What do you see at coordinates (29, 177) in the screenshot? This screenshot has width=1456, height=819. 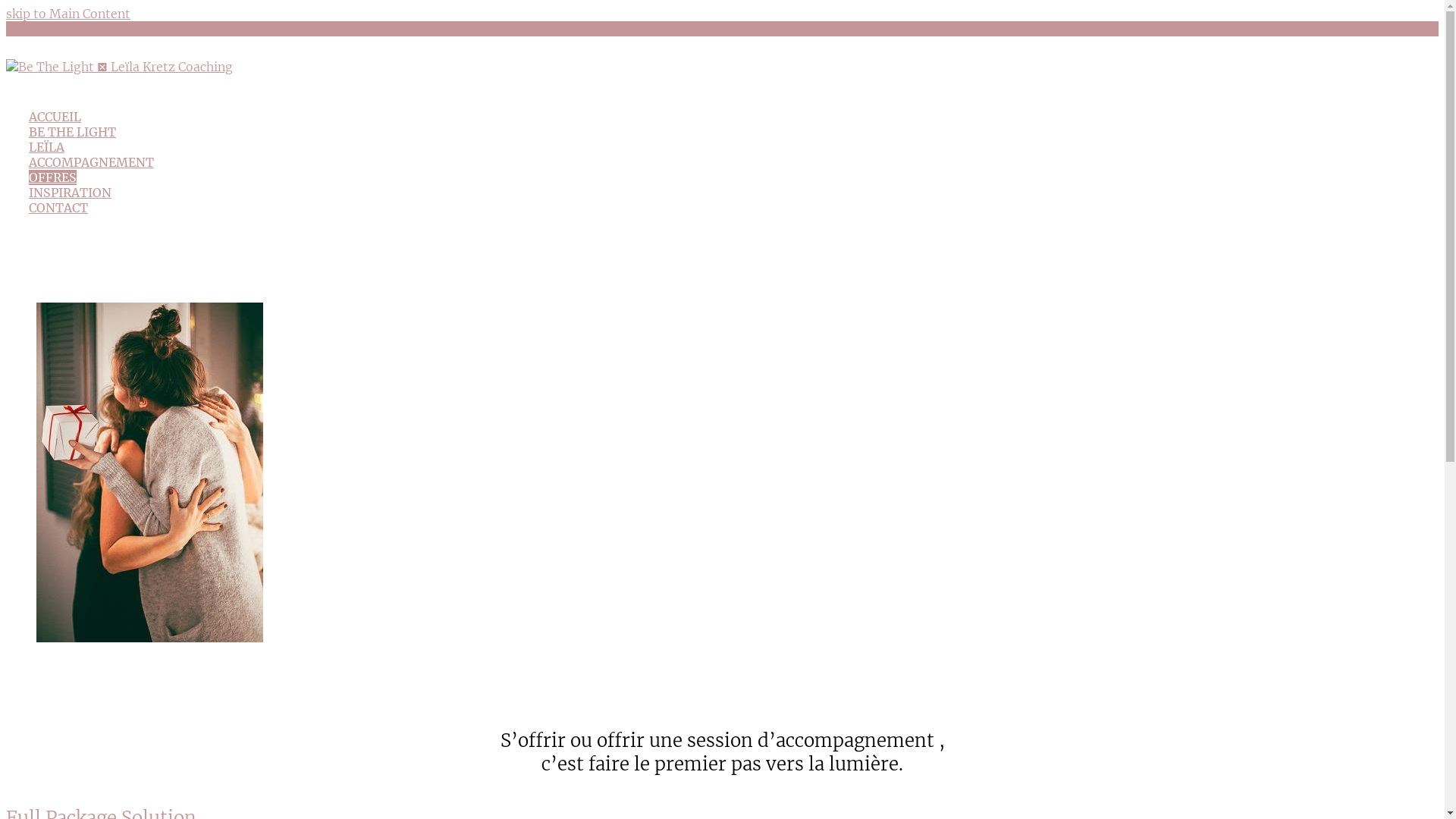 I see `'OFFRES'` at bounding box center [29, 177].